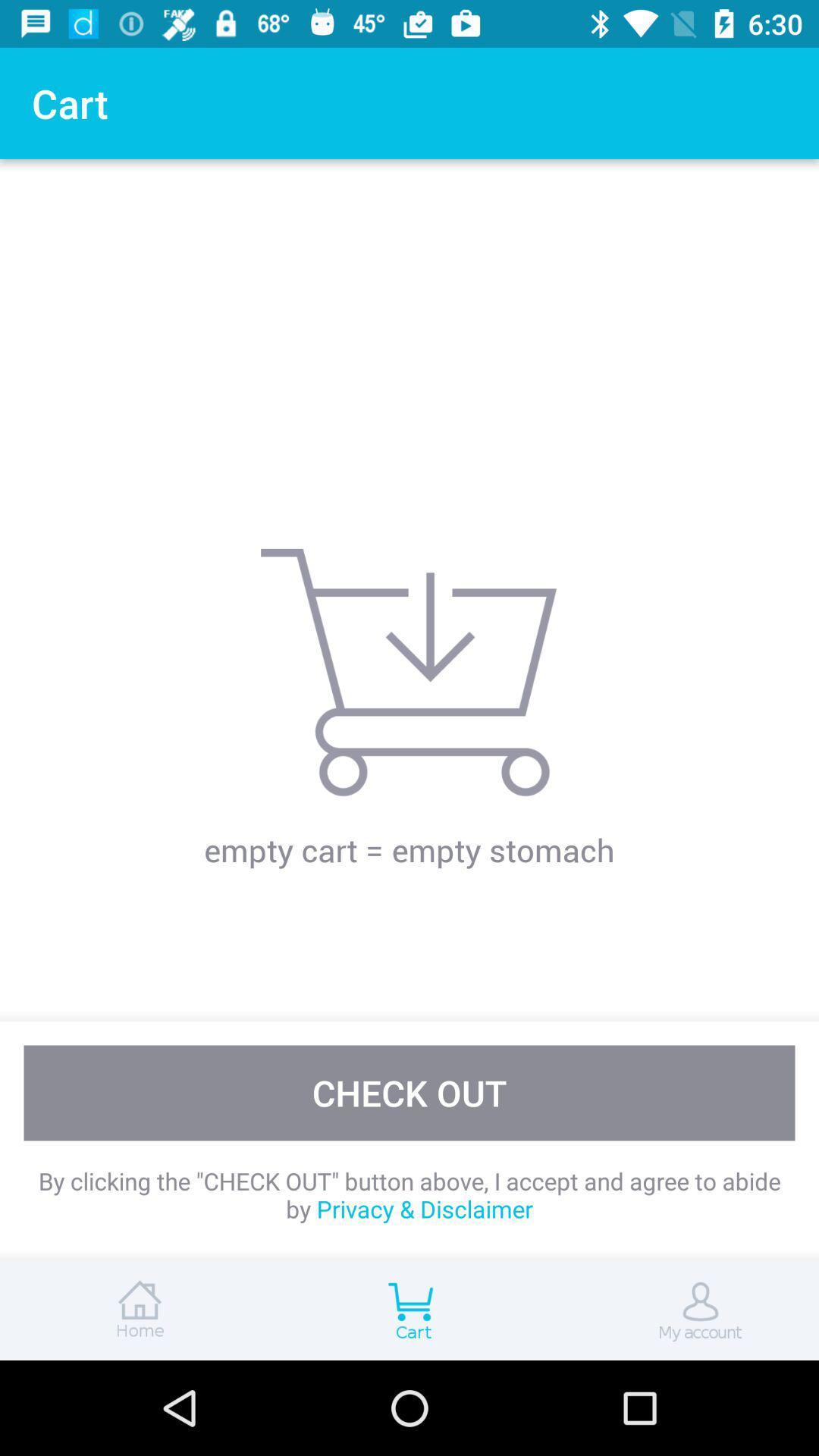 This screenshot has width=819, height=1456. I want to click on shopping cart, so click(409, 1310).